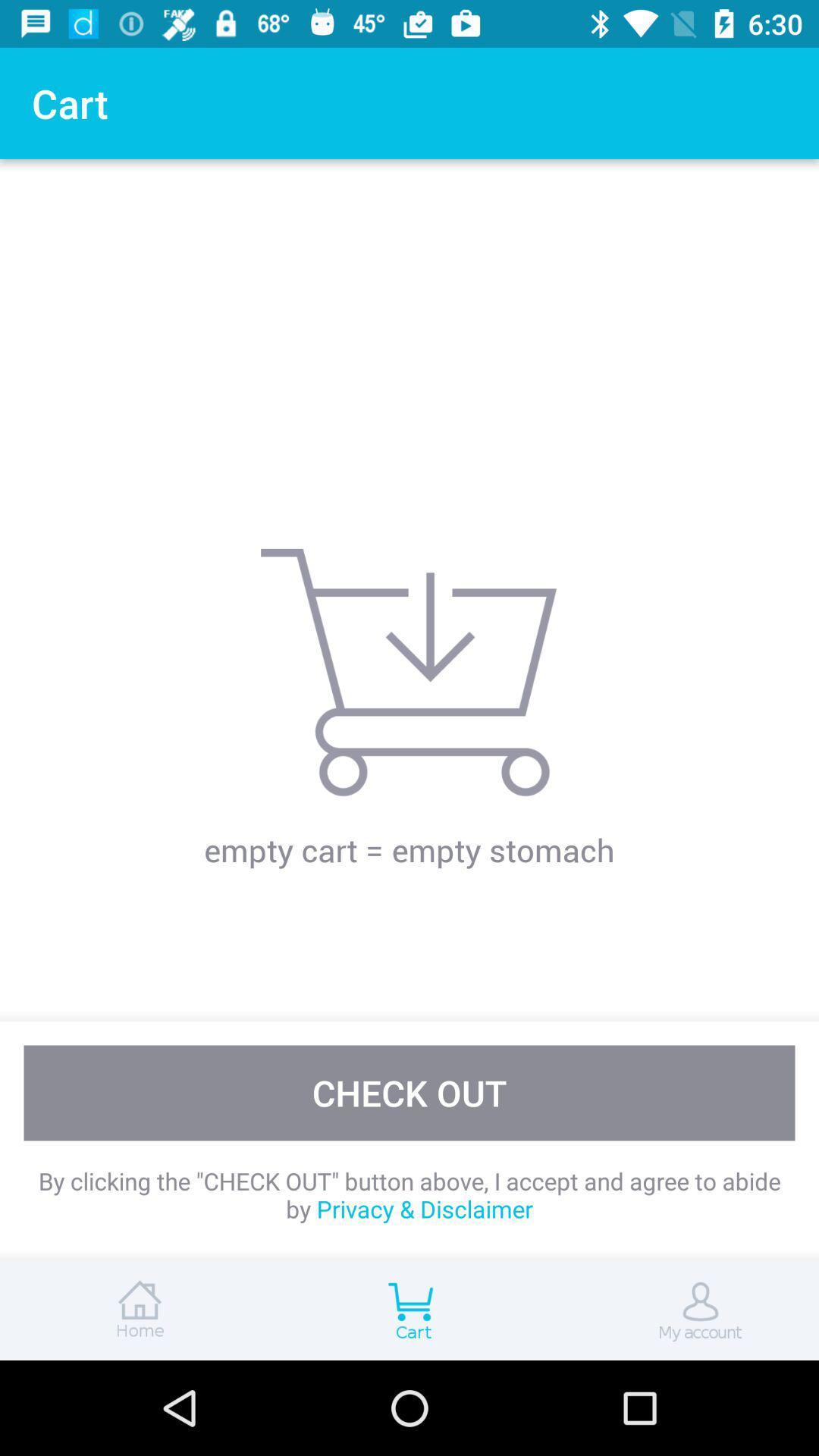 This screenshot has width=819, height=1456. I want to click on shopping cart, so click(409, 1310).